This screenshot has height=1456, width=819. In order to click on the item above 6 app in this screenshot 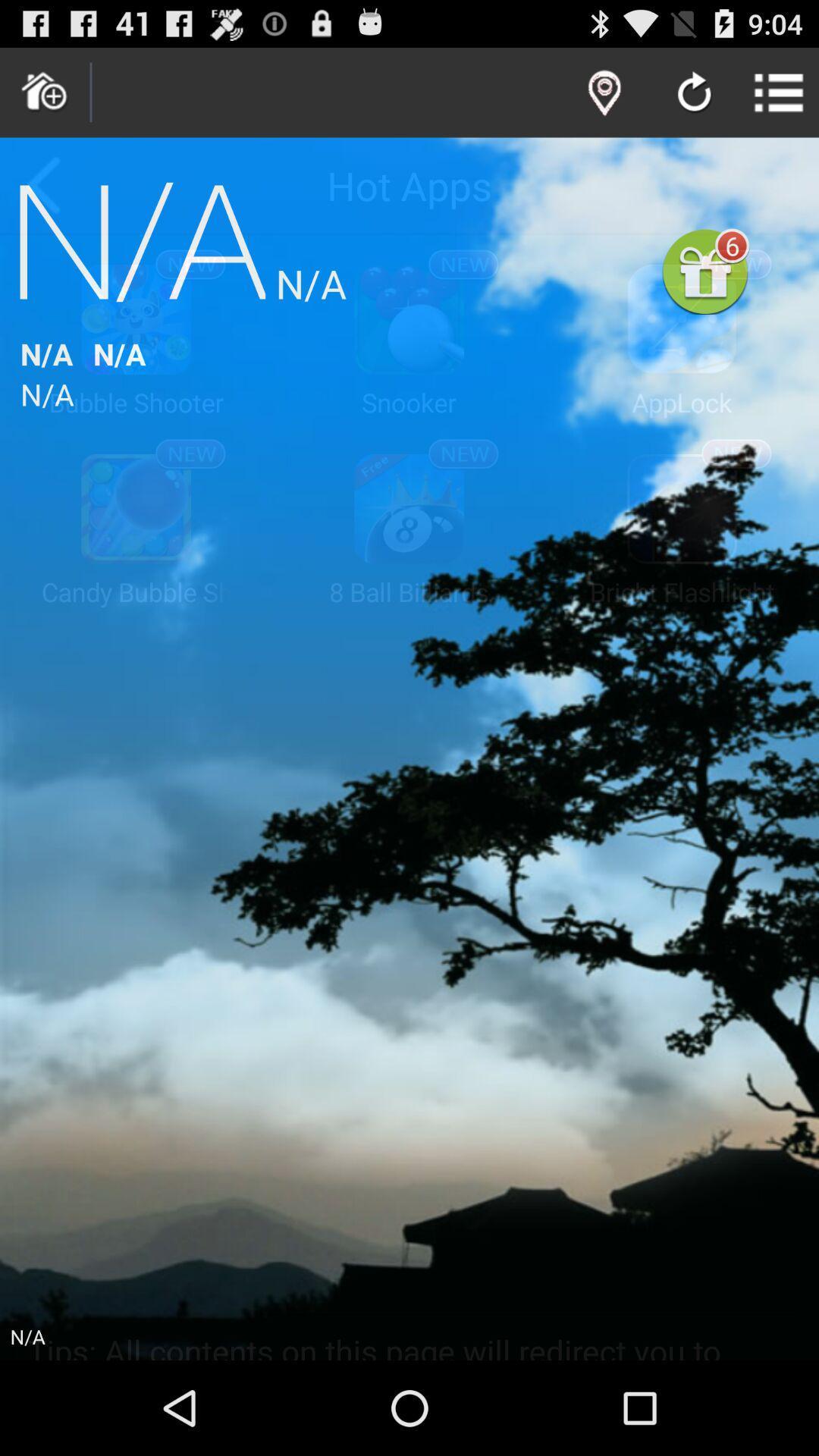, I will do `click(694, 93)`.